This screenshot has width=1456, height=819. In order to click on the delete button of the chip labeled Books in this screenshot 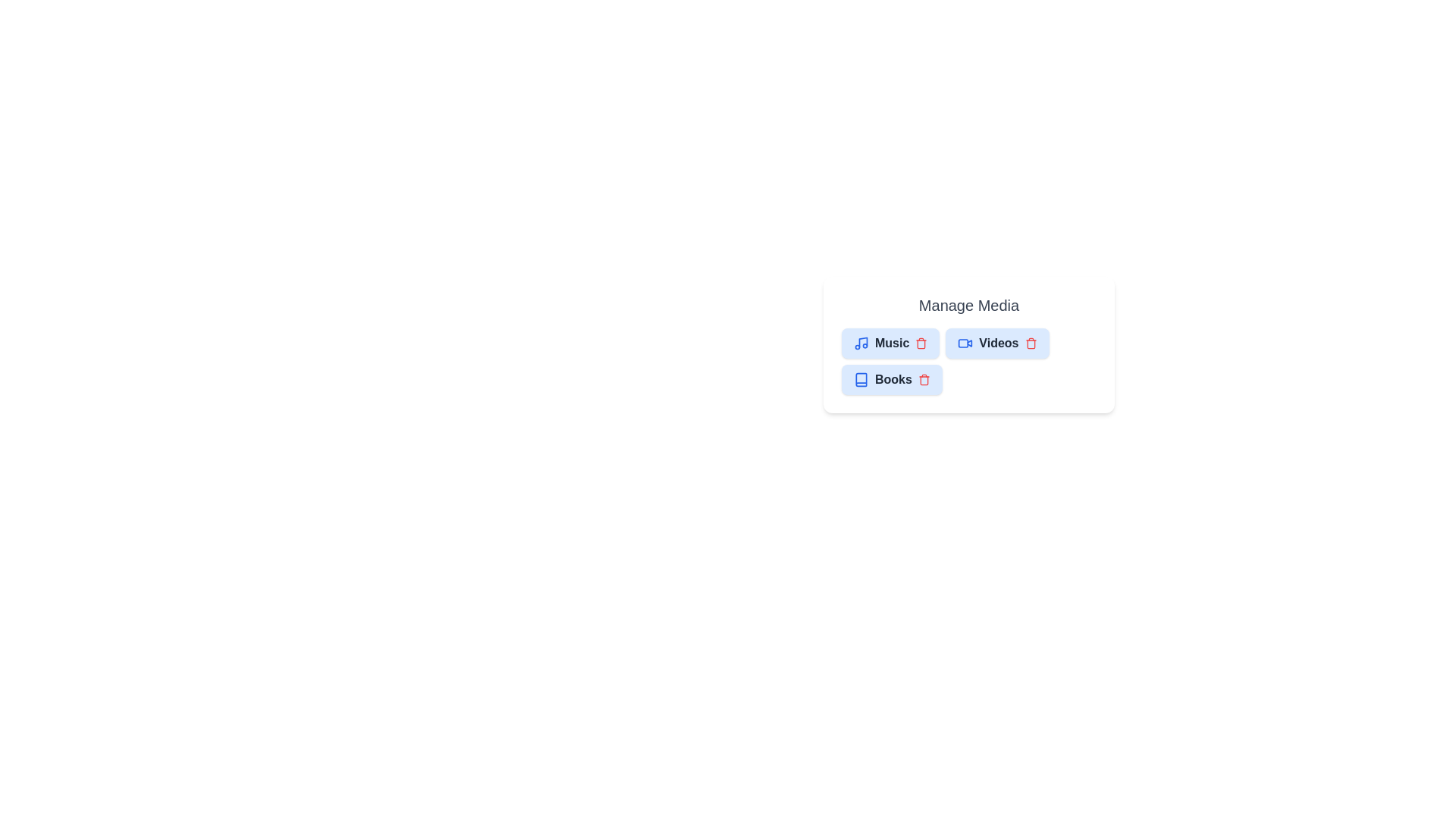, I will do `click(923, 379)`.